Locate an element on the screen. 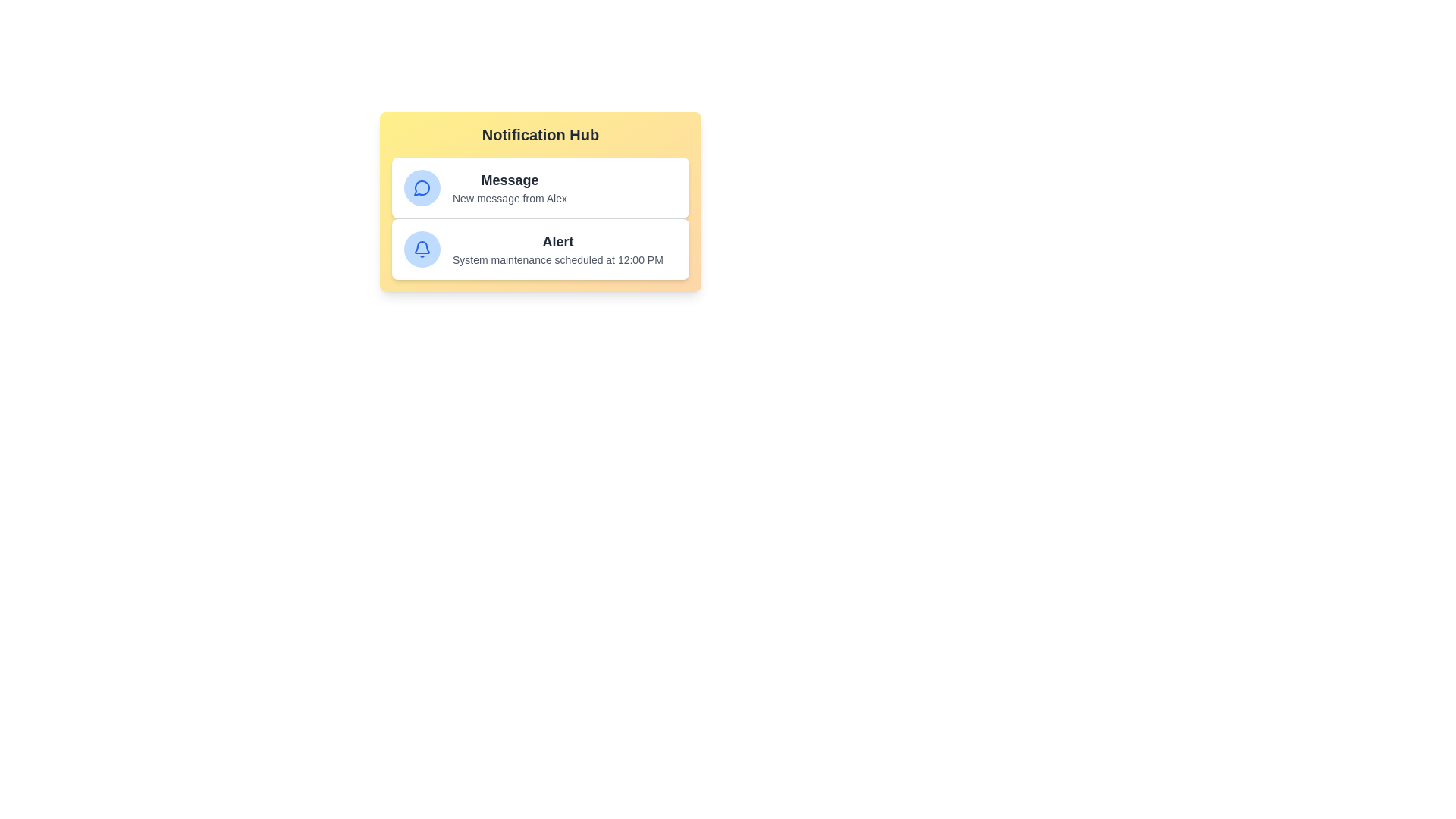 The image size is (1456, 819). the icon of the Message notification is located at coordinates (422, 187).